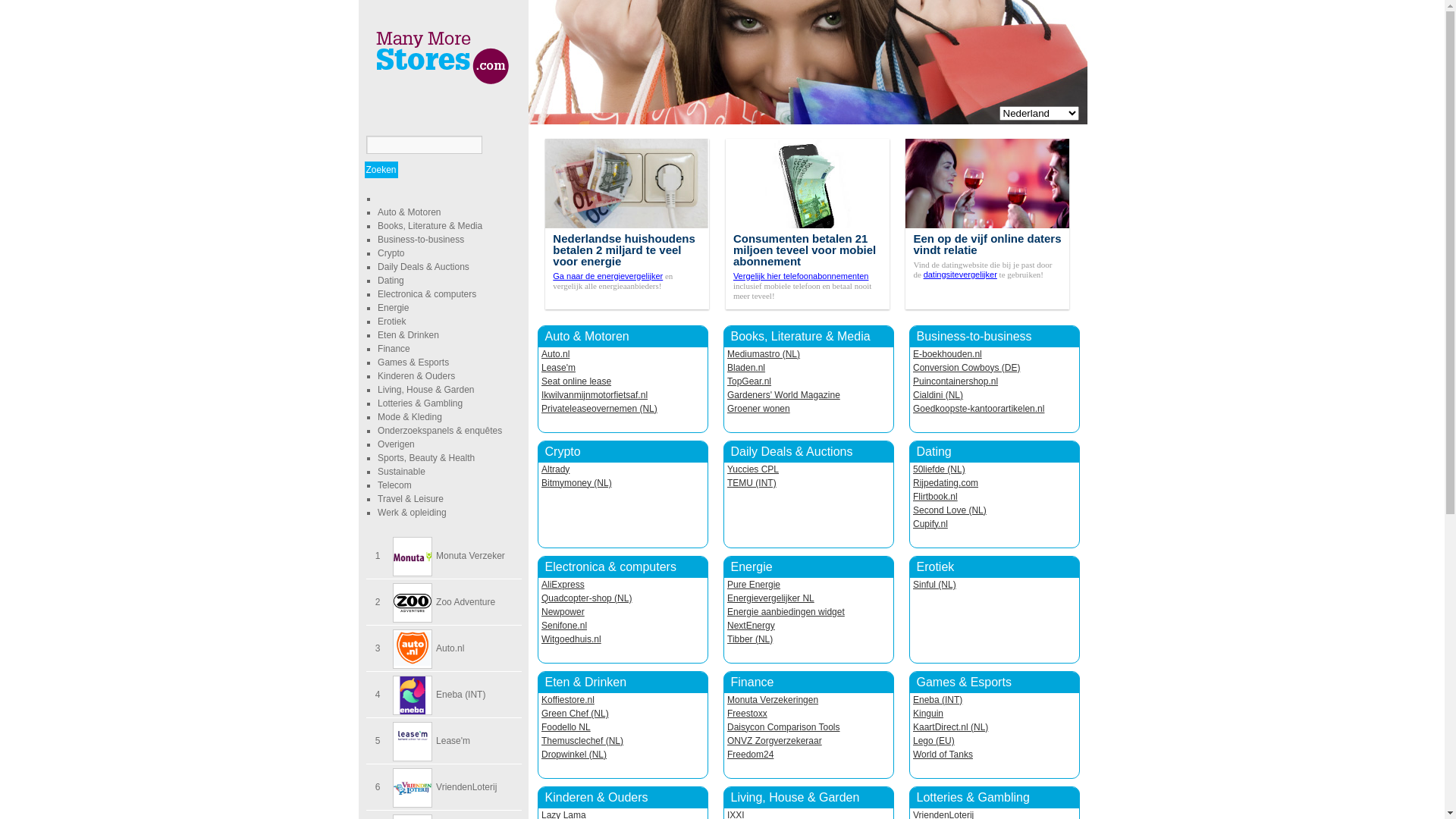 The height and width of the screenshot is (819, 1456). I want to click on 'World of Tanks', so click(942, 755).